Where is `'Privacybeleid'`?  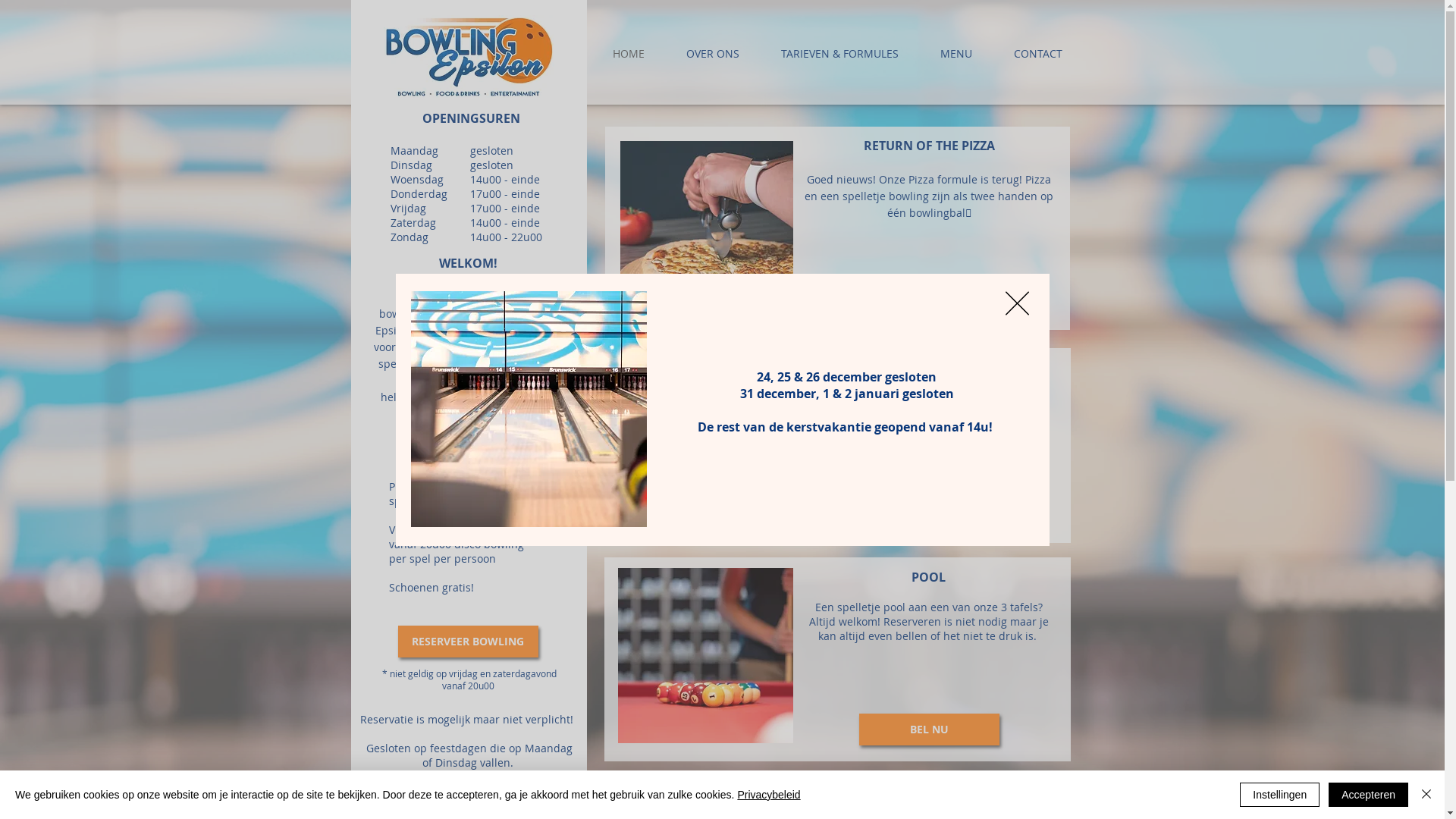
'Privacybeleid' is located at coordinates (768, 794).